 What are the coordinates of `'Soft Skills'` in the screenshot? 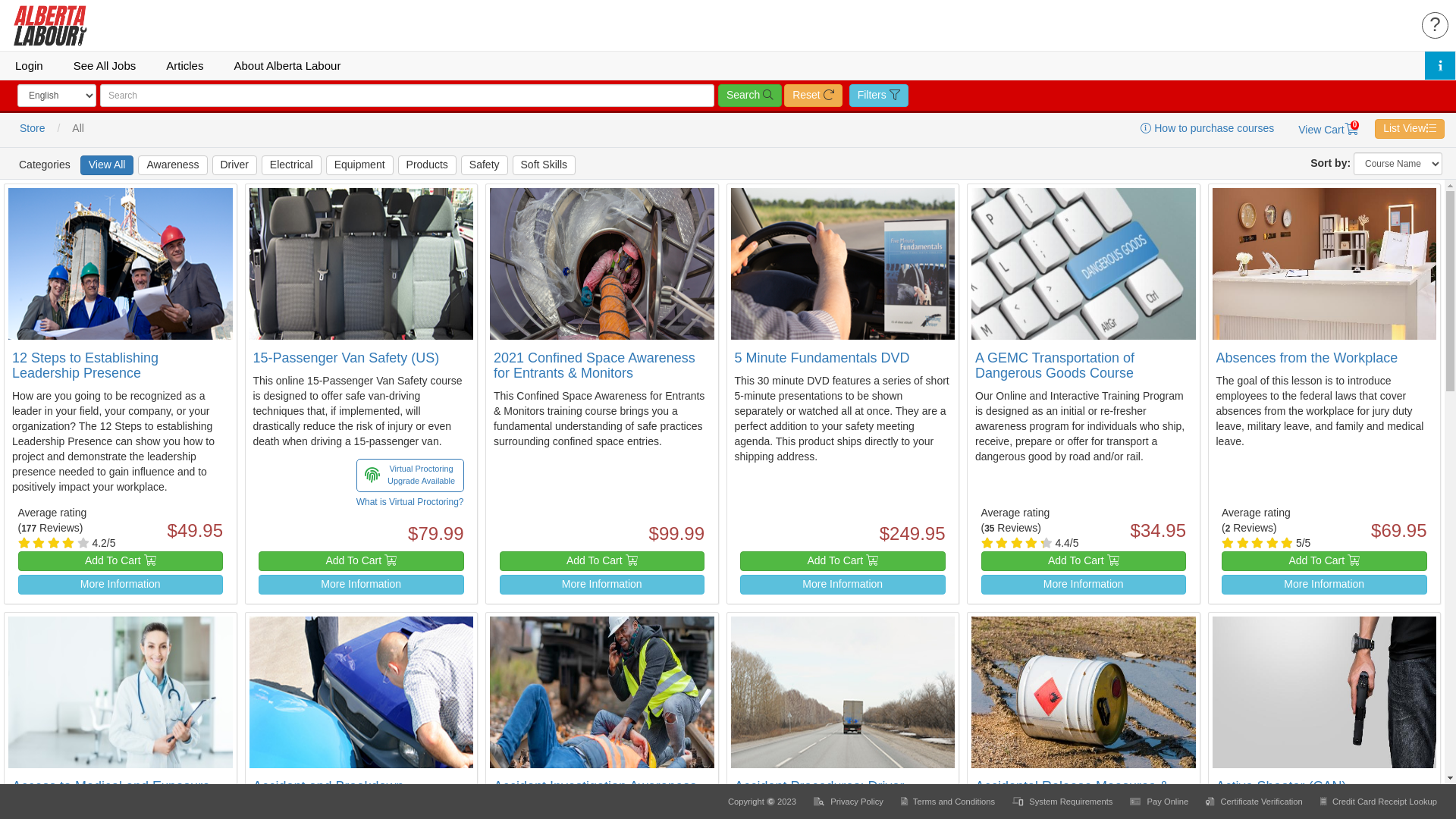 It's located at (544, 165).